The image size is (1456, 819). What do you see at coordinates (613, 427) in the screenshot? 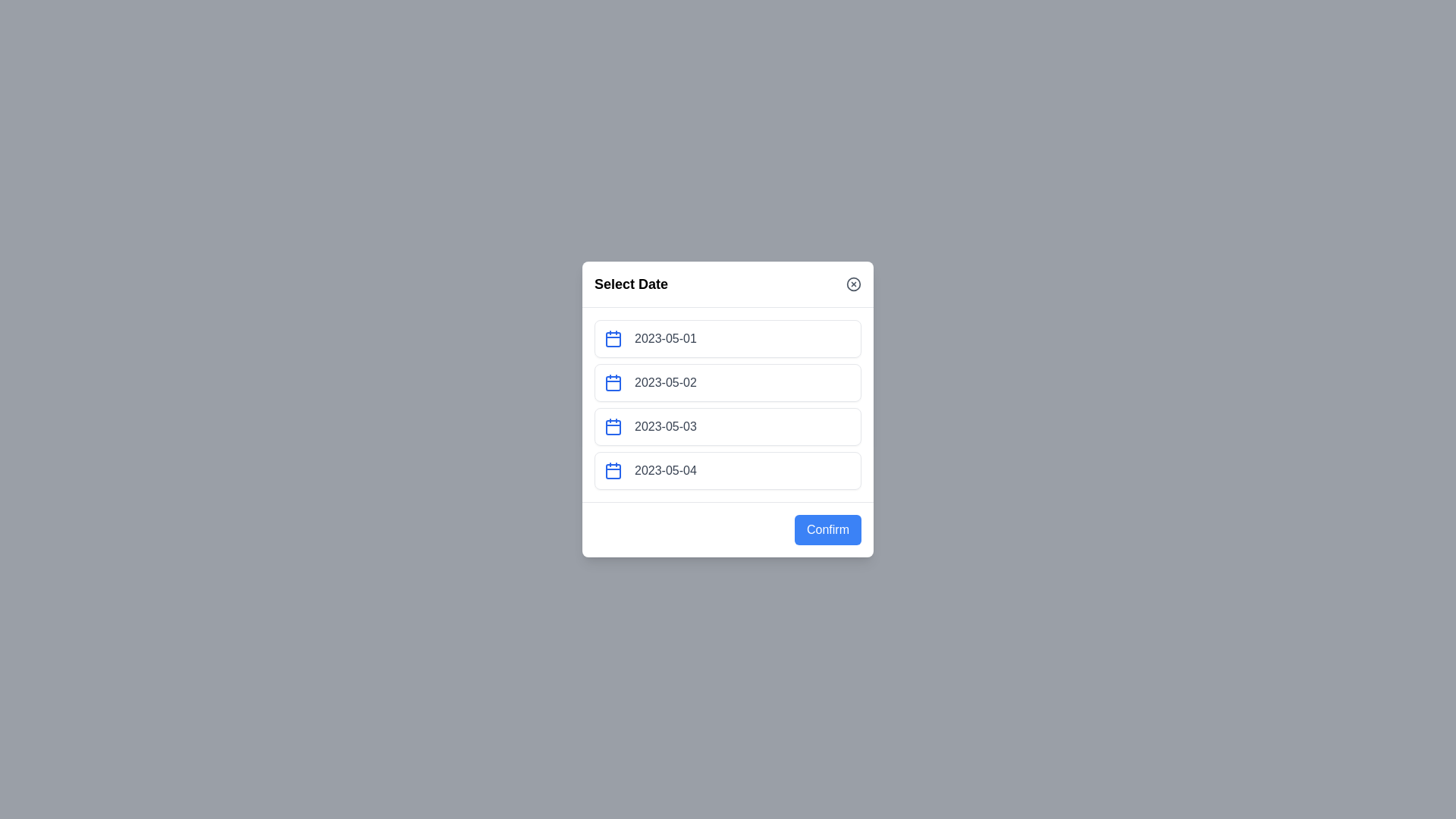
I see `the calendar icon next to the date 2023-05-03` at bounding box center [613, 427].